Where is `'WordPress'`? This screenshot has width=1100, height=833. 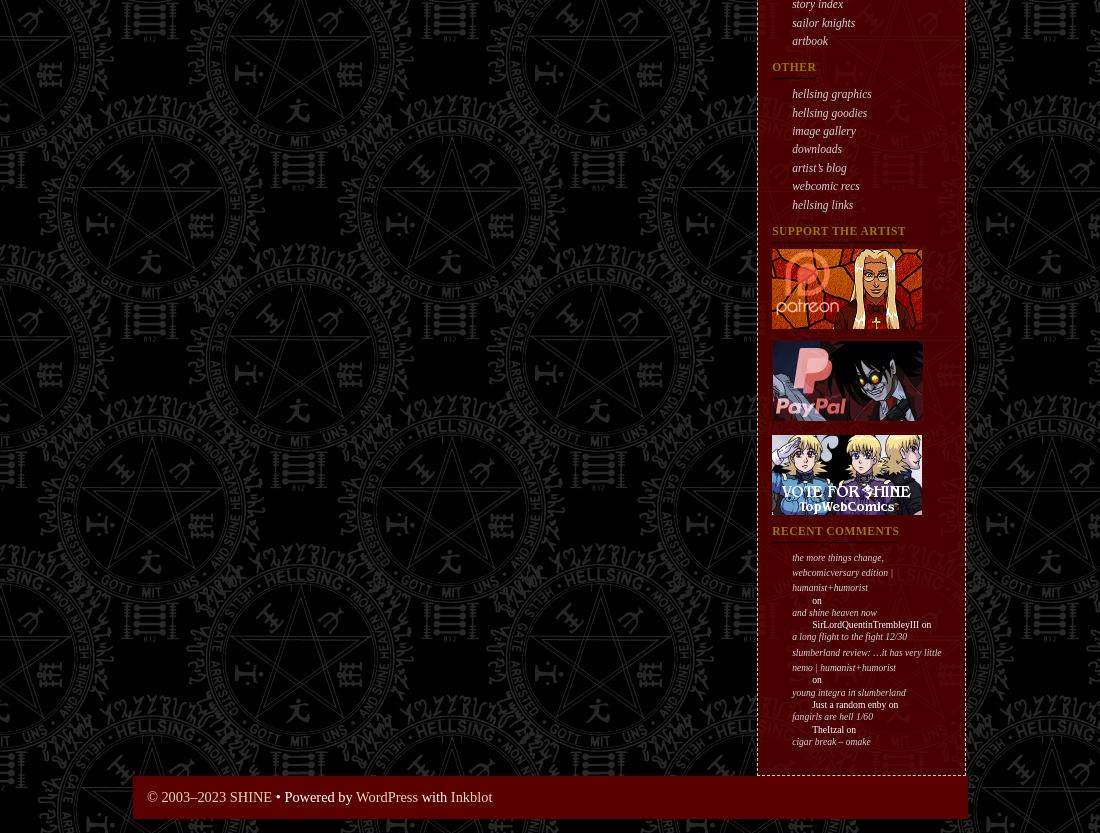
'WordPress' is located at coordinates (355, 796).